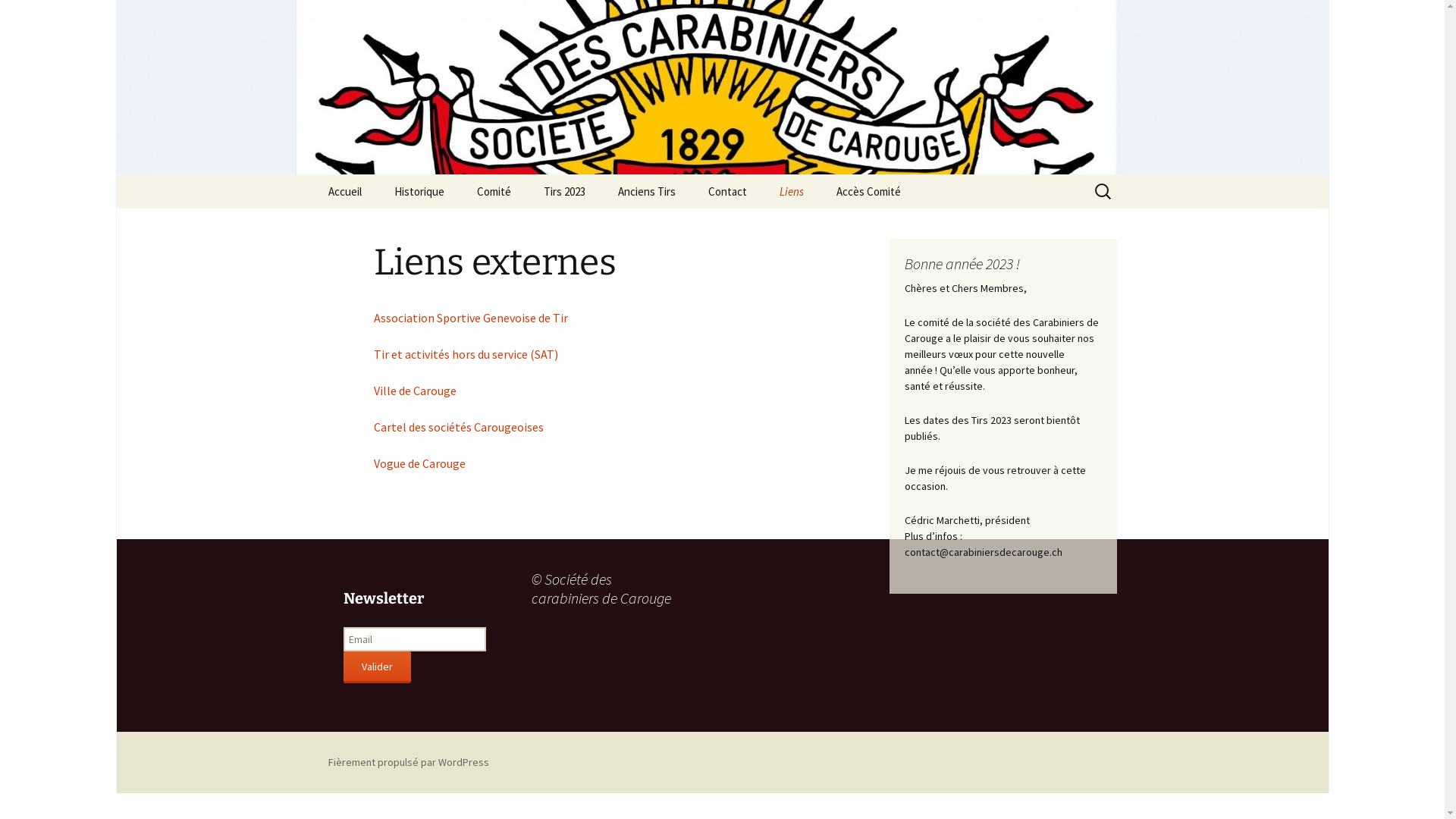  I want to click on 'Valider', so click(341, 666).